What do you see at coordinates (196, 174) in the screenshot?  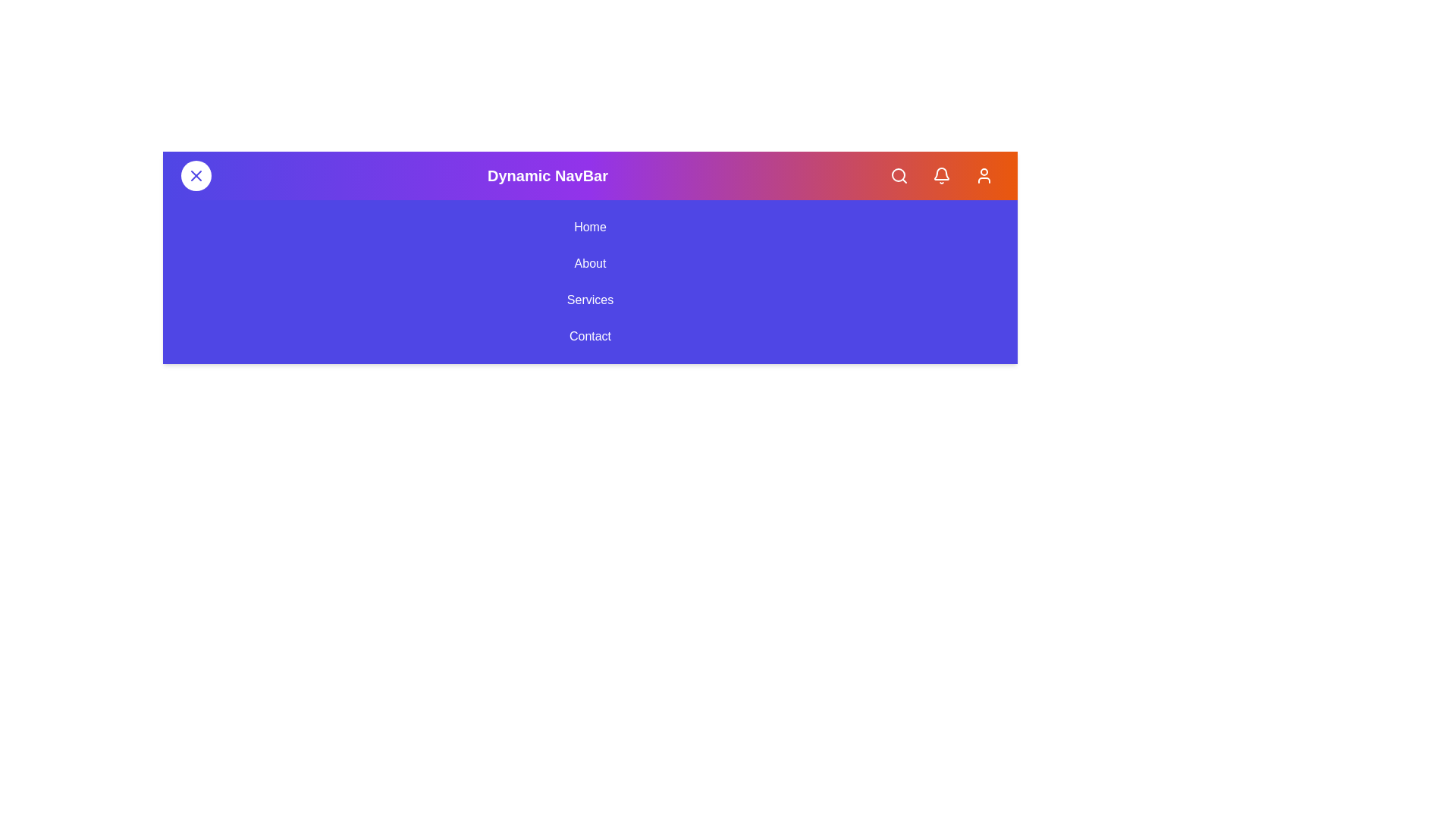 I see `the menu button to toggle the menu visibility` at bounding box center [196, 174].